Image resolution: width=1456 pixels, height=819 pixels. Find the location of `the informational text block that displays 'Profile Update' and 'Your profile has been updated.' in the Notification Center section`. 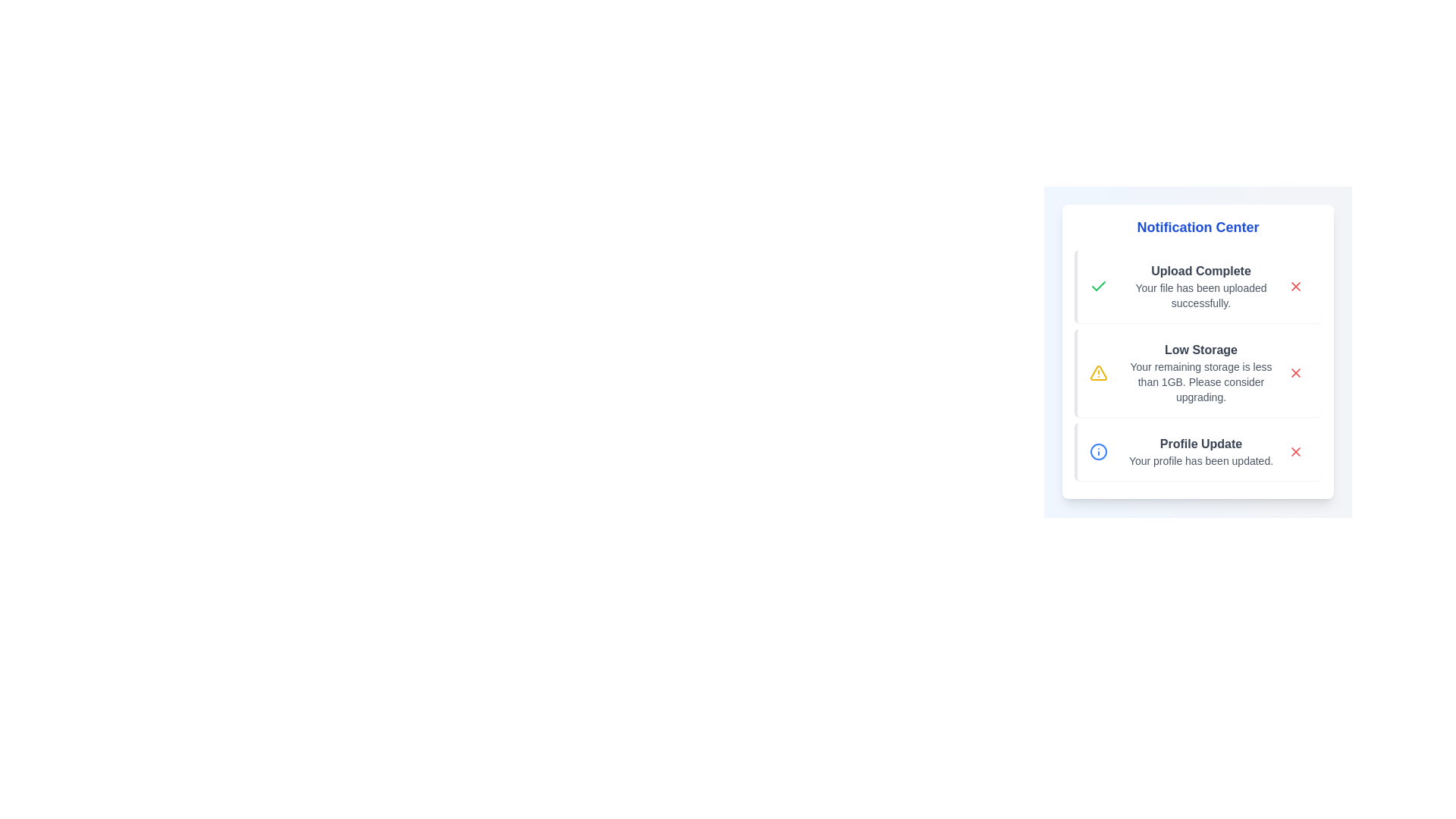

the informational text block that displays 'Profile Update' and 'Your profile has been updated.' in the Notification Center section is located at coordinates (1200, 451).